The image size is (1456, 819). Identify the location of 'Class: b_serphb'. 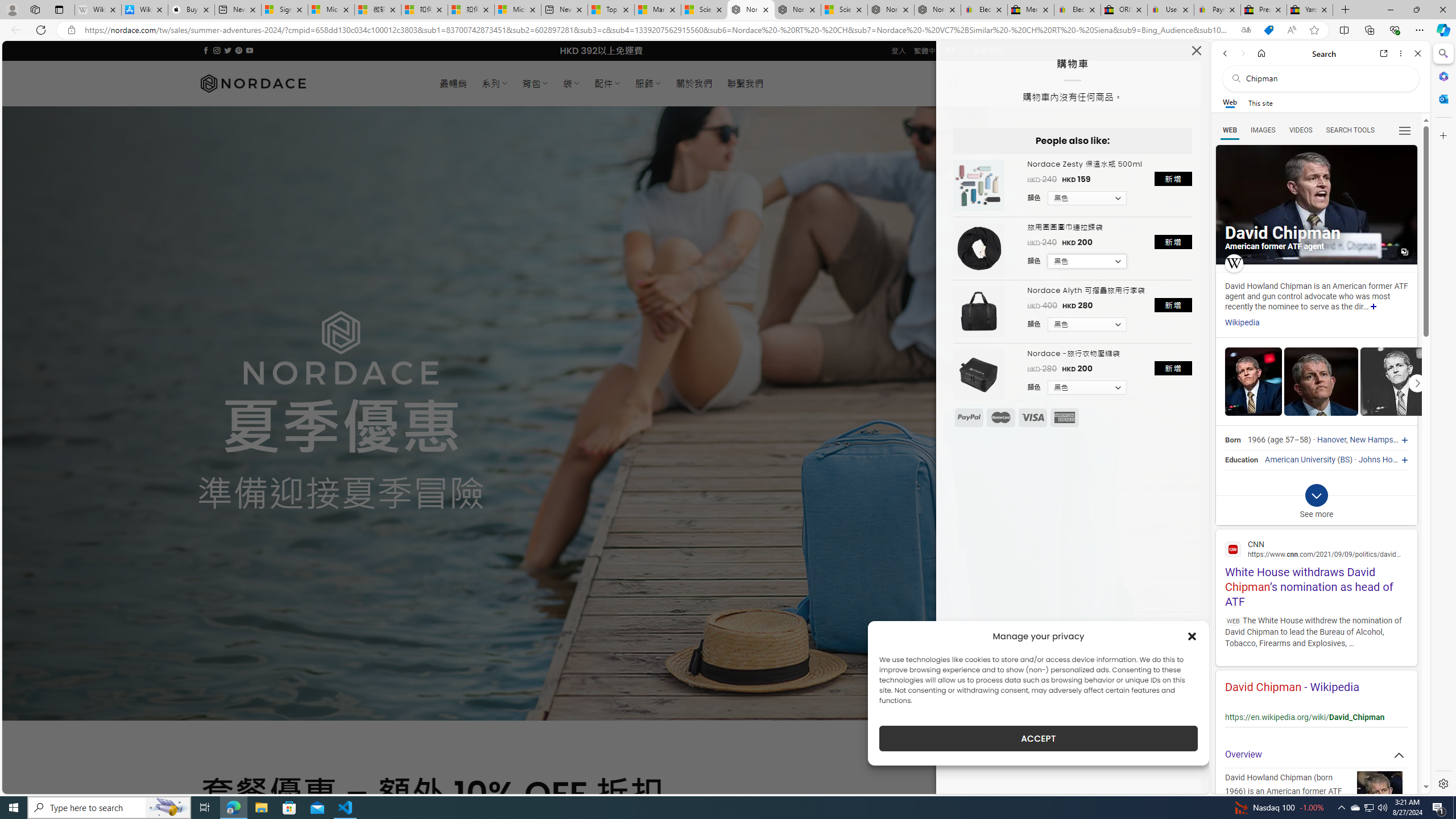
(1405, 130).